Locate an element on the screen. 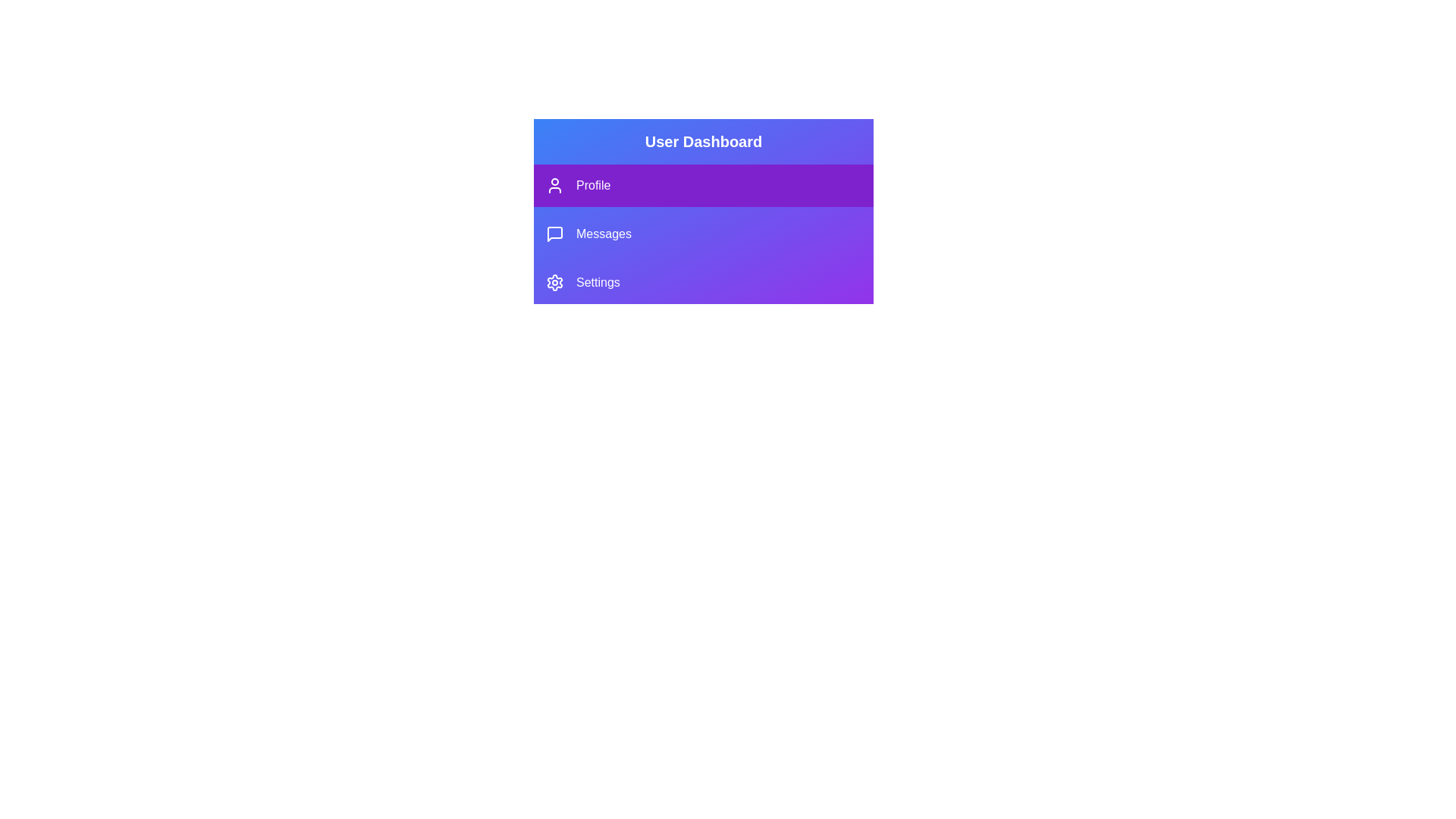 The width and height of the screenshot is (1456, 819). the icon next to the menu item Messages is located at coordinates (554, 234).